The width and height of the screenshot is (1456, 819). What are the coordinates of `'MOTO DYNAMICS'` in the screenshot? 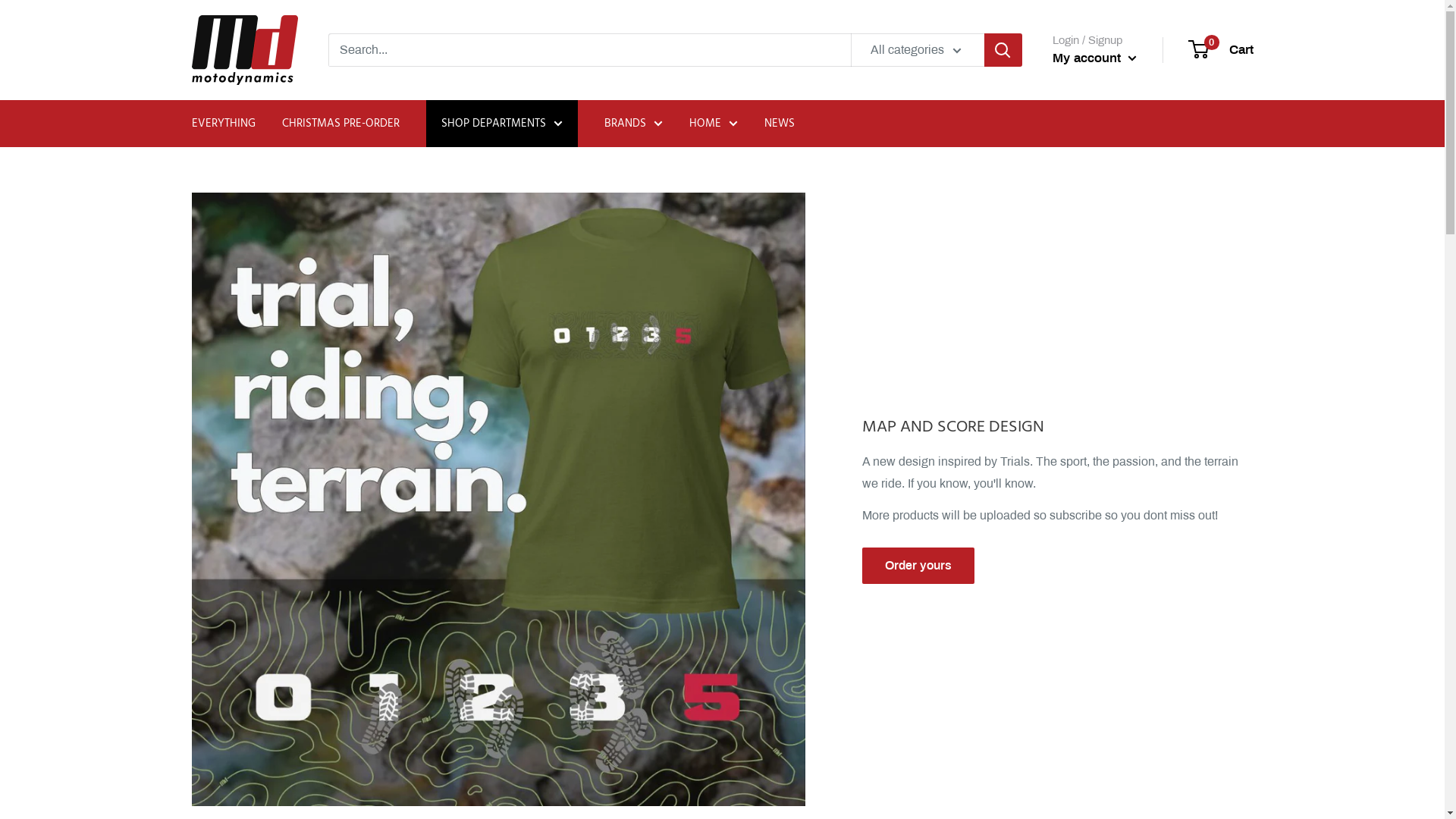 It's located at (243, 49).